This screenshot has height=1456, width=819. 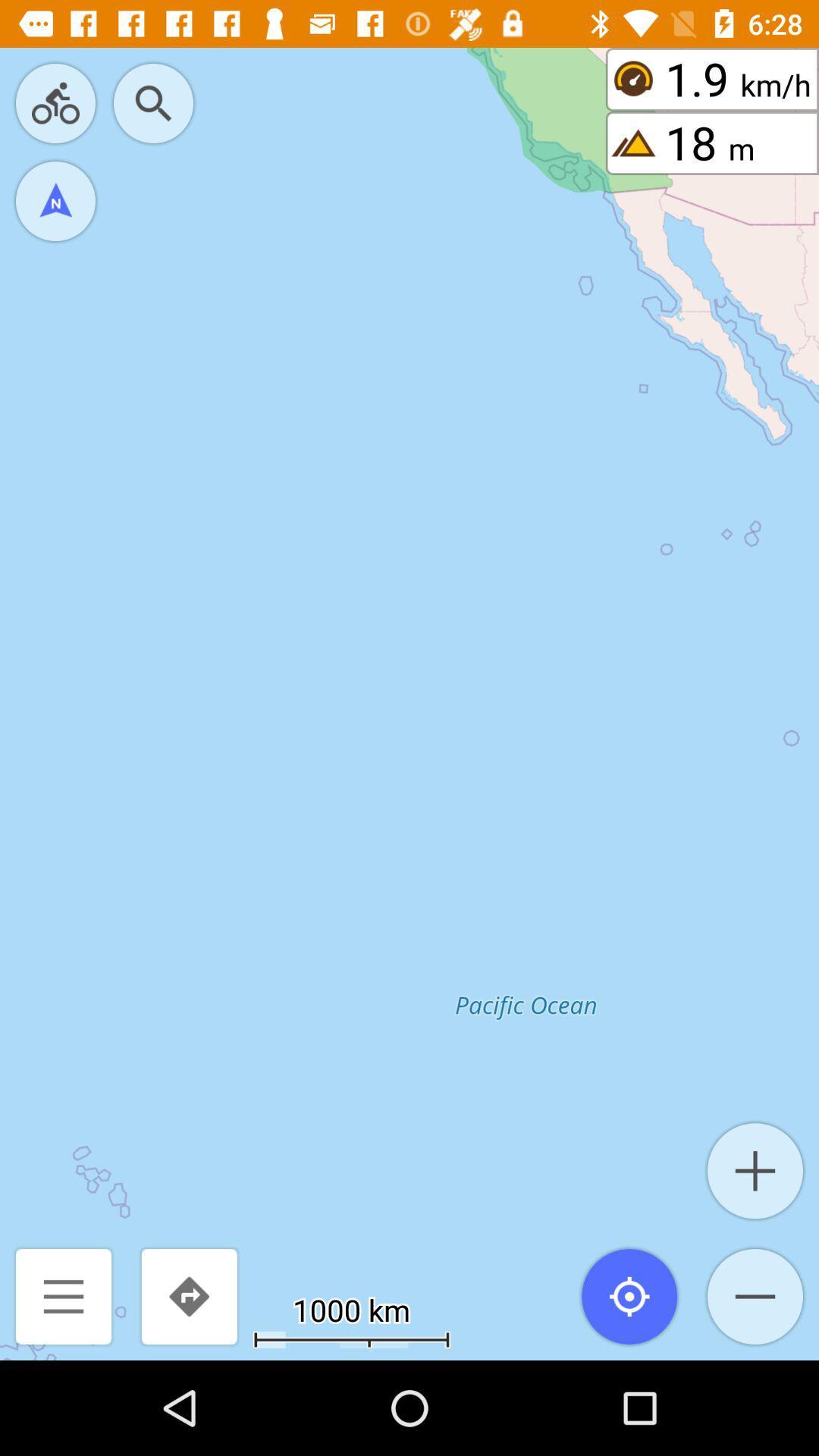 What do you see at coordinates (153, 102) in the screenshot?
I see `the search icon` at bounding box center [153, 102].